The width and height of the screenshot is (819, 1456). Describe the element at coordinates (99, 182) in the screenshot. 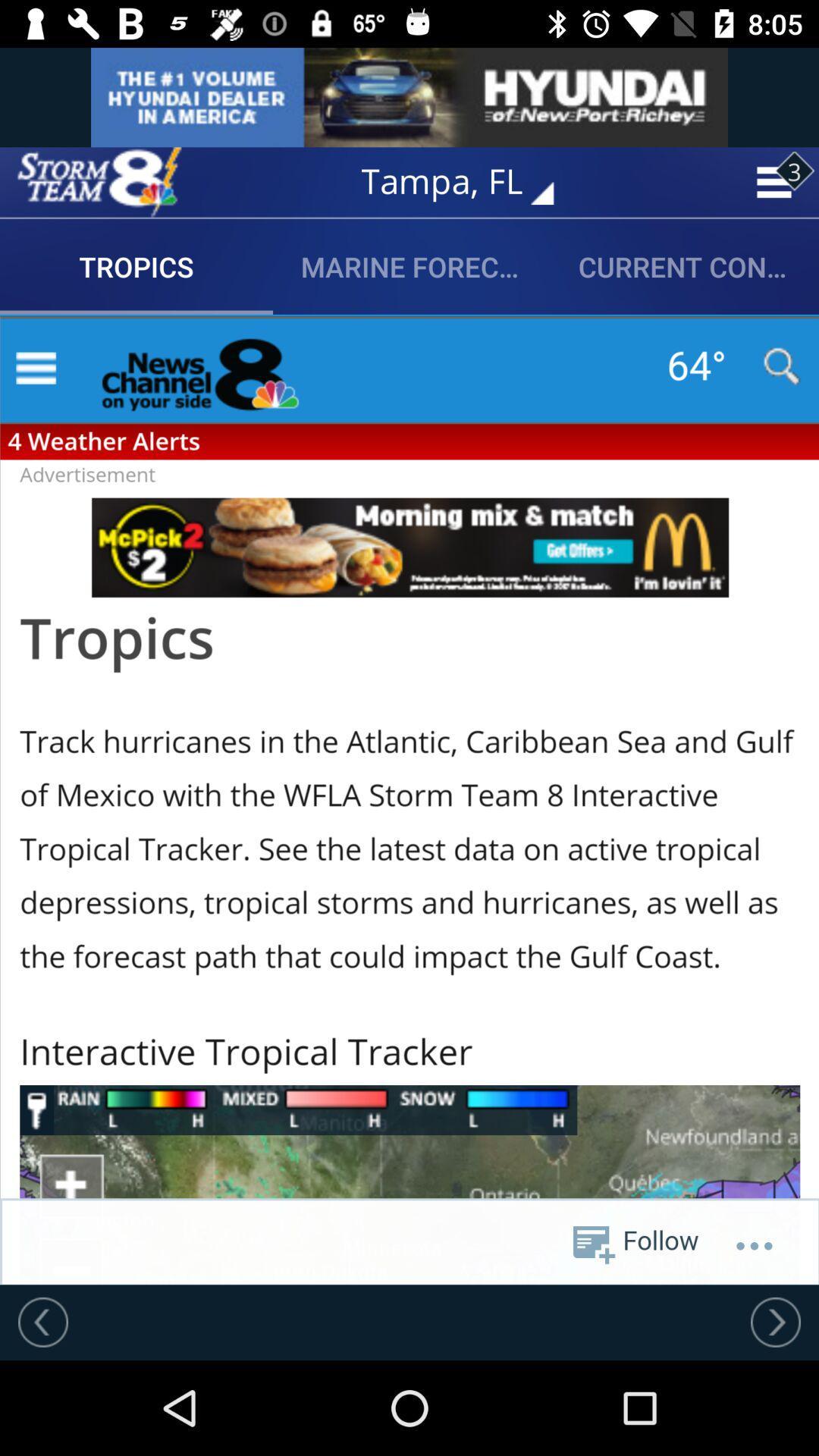

I see `homepage` at that location.